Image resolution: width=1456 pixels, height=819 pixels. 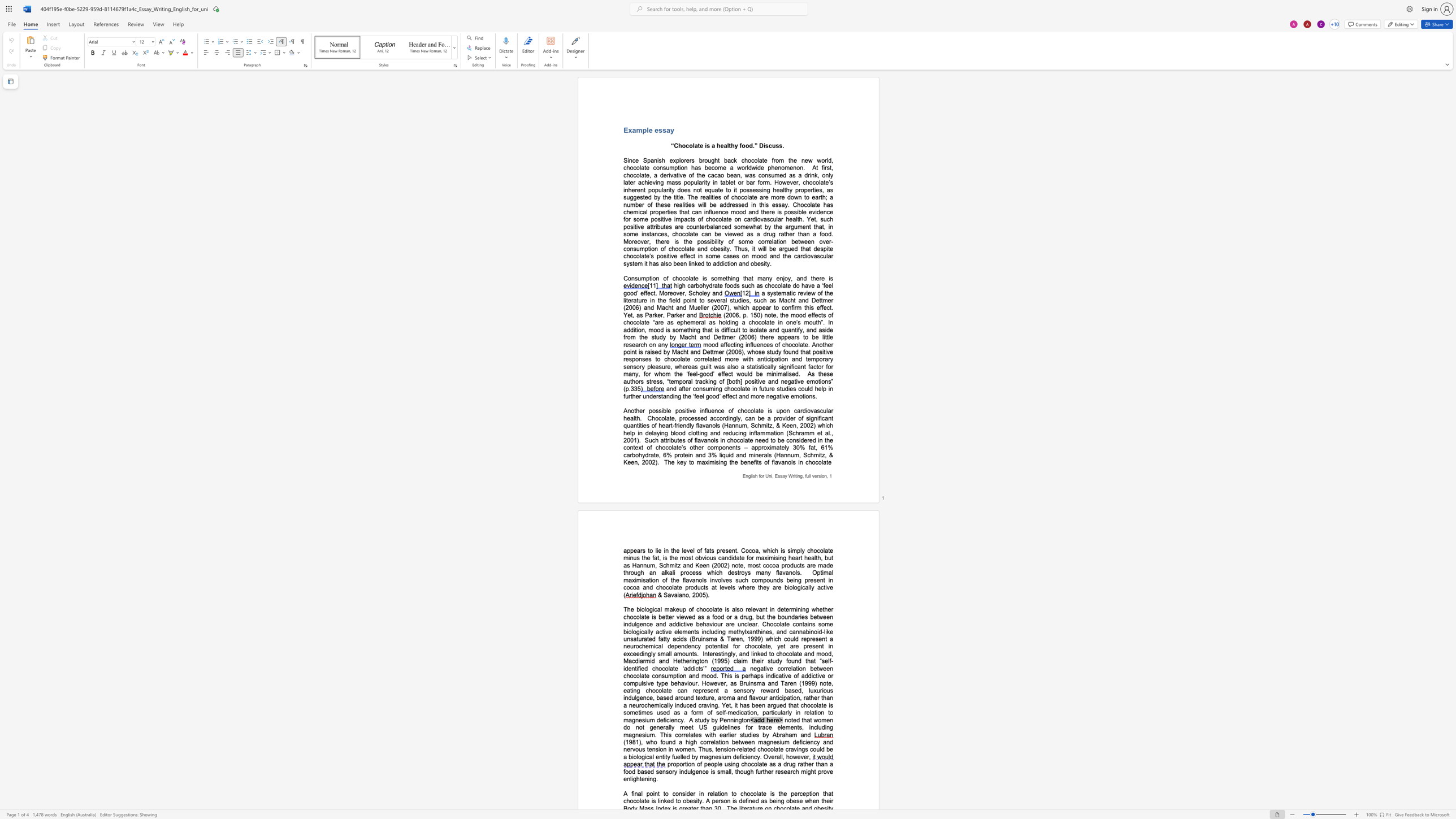 I want to click on the space between the continuous character "m" and "i" in the text, so click(x=818, y=455).